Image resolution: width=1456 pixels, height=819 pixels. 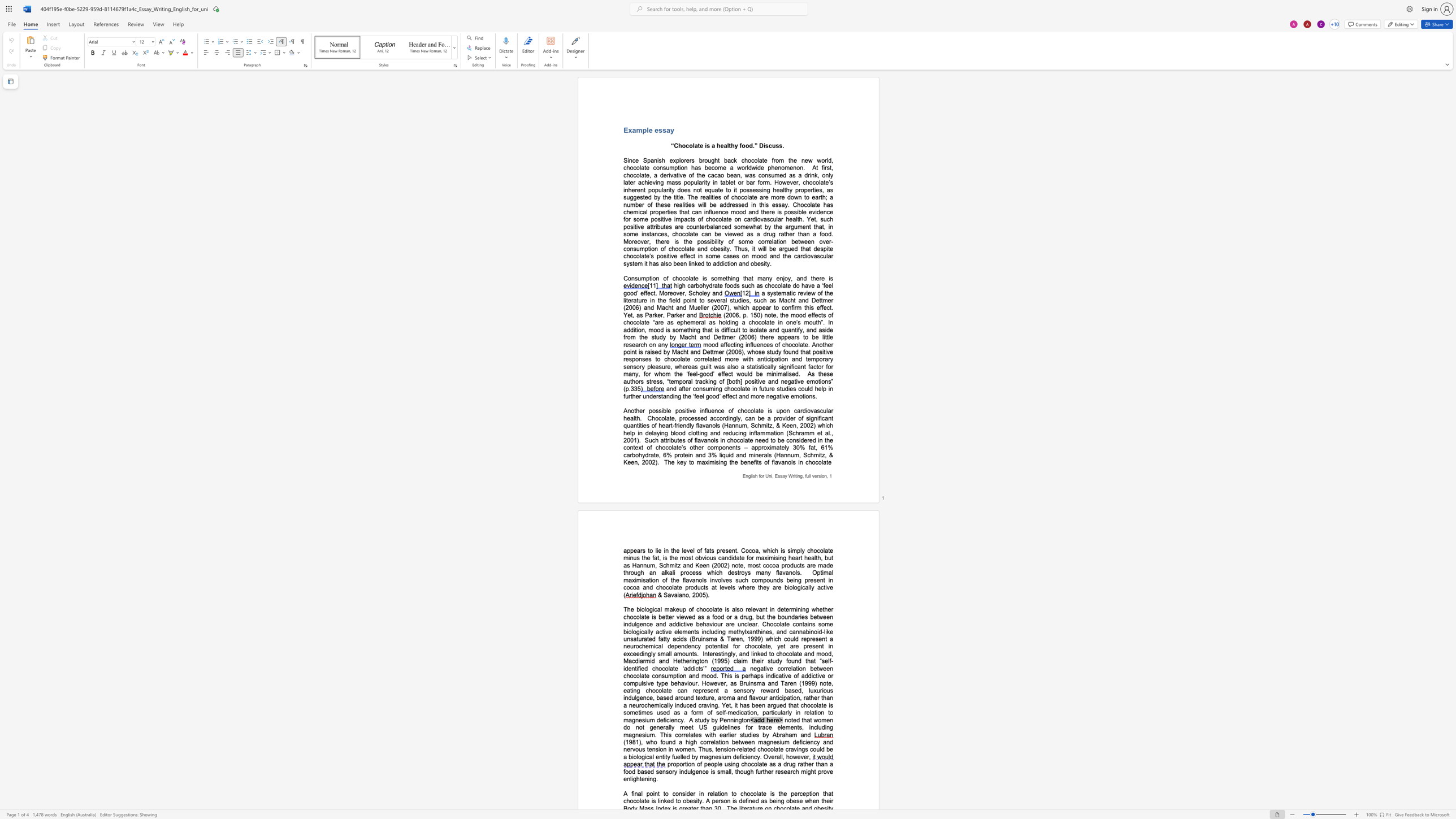 I want to click on the space between the continuous character "m" and "i" in the text, so click(x=818, y=455).